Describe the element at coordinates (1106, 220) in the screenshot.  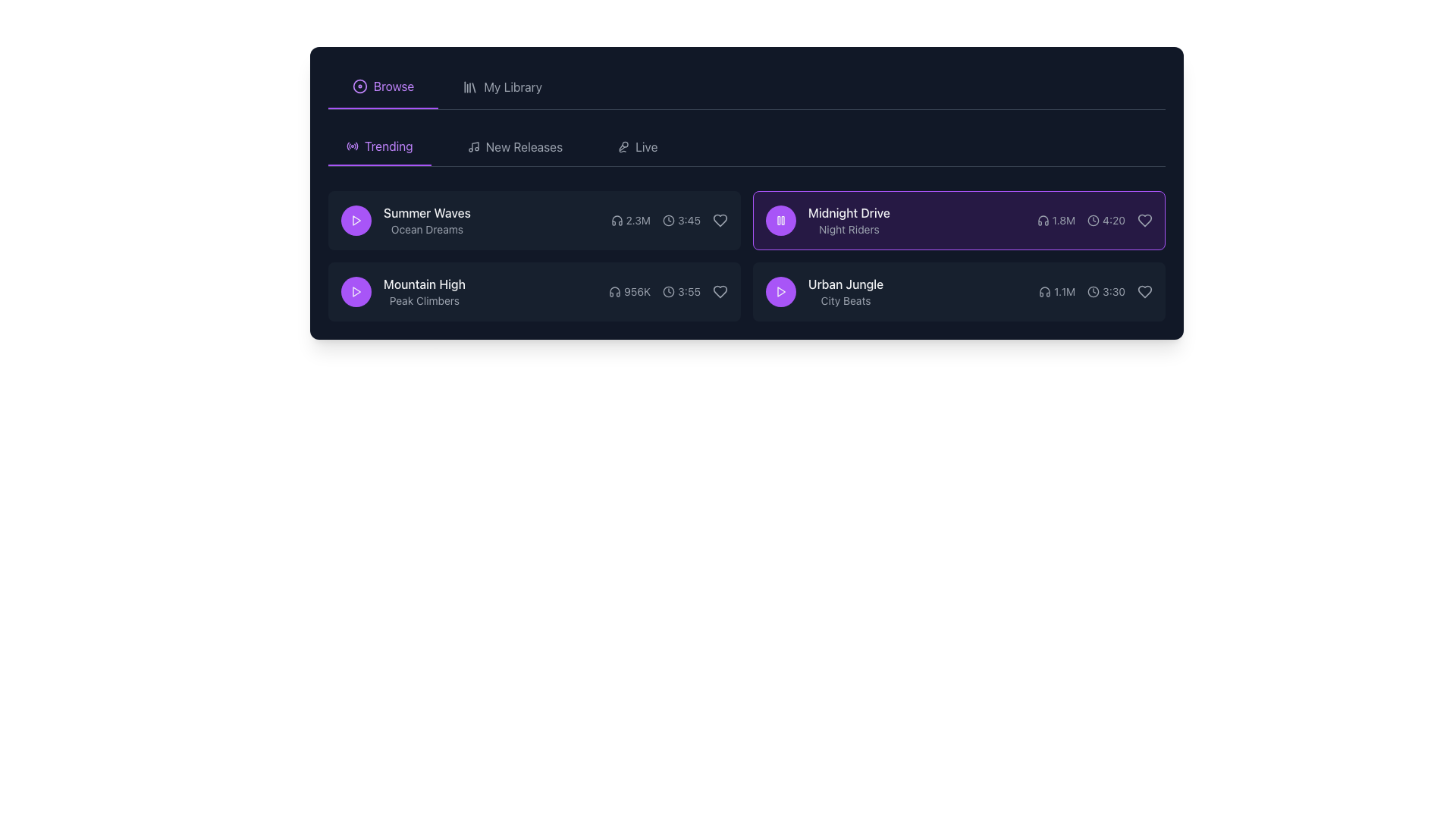
I see `the Label with a clock icon and the text '4:20' located on the right side of the 'Midnight Drive' item in the second row of the list` at that location.